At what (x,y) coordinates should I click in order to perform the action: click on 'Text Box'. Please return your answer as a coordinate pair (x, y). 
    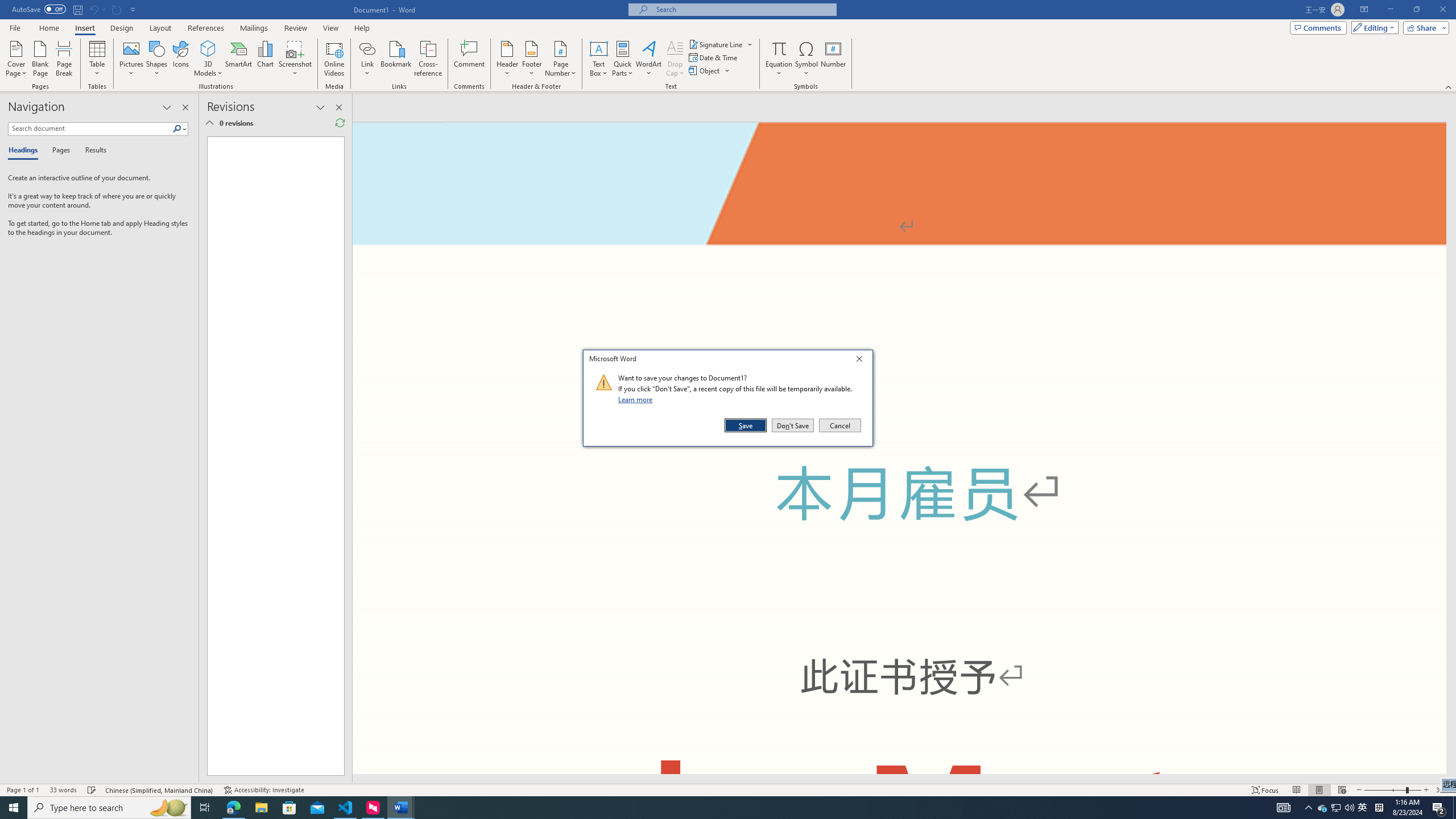
    Looking at the image, I should click on (598, 59).